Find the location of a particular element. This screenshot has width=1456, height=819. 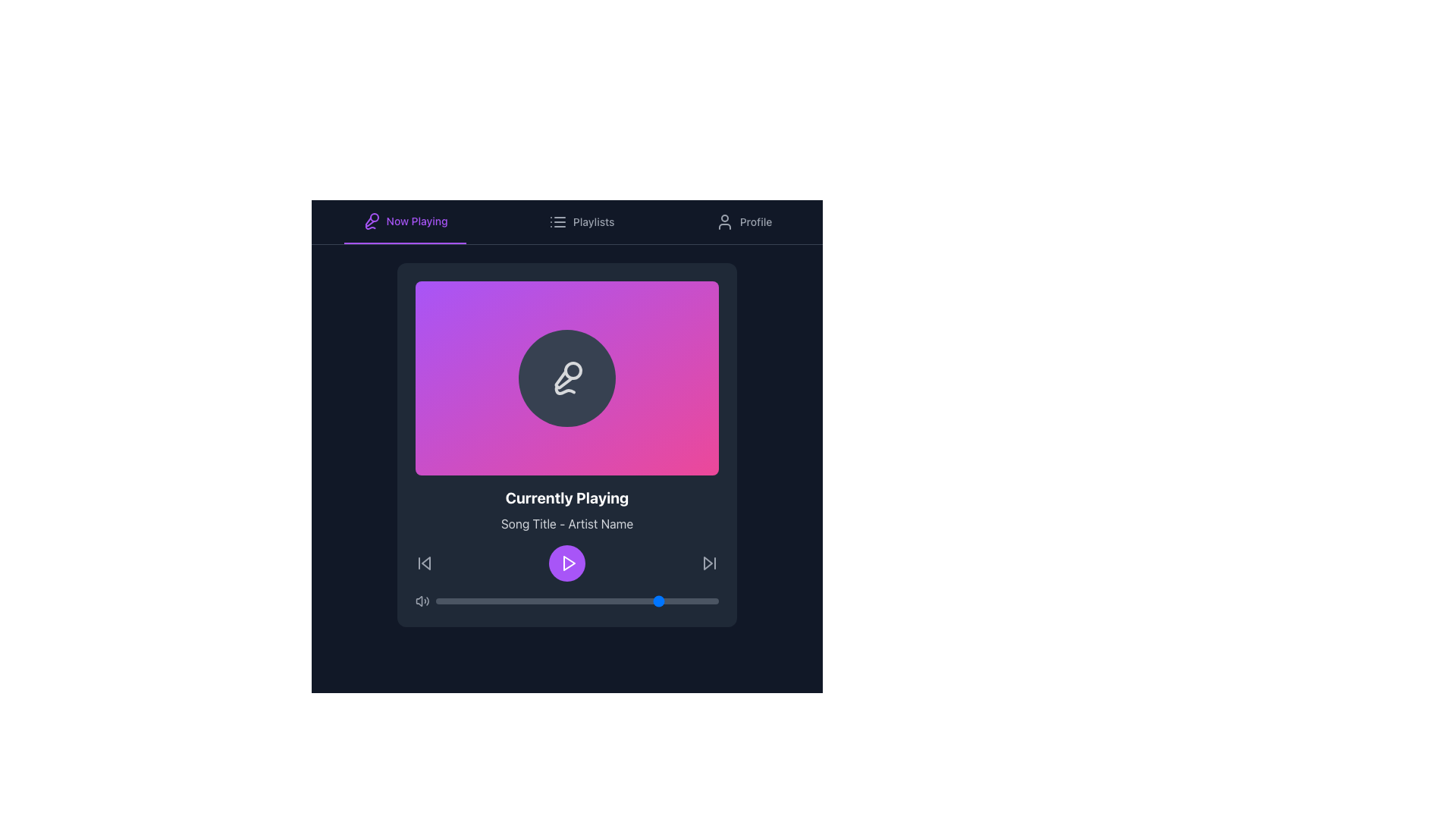

the 'Profile' label, which is part of a navigation button alongside a user profile icon, by clicking on it is located at coordinates (756, 222).